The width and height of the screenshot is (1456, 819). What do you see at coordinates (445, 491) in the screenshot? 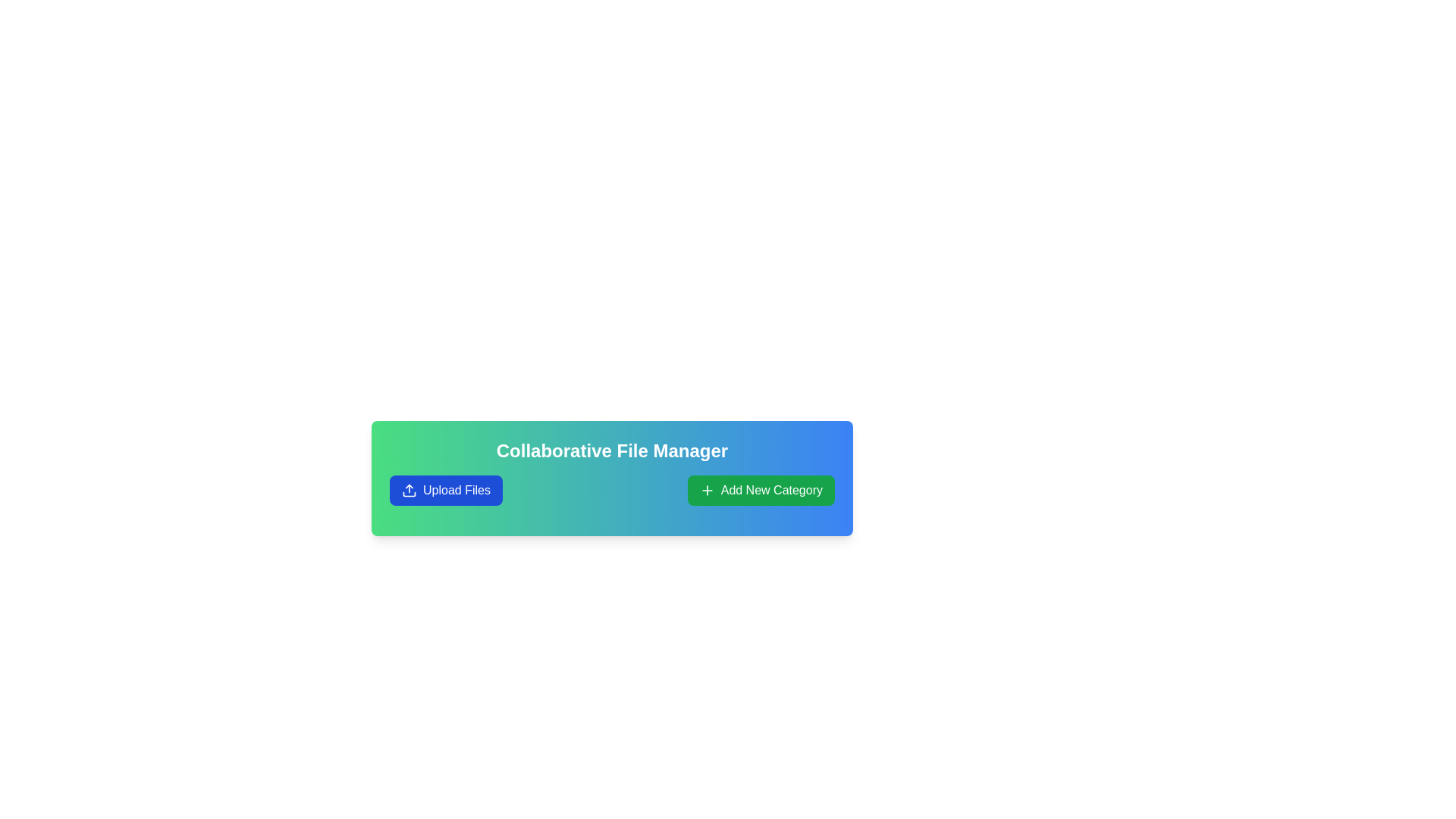
I see `the blue 'Upload Files' button with an upload icon to initiate file upload` at bounding box center [445, 491].